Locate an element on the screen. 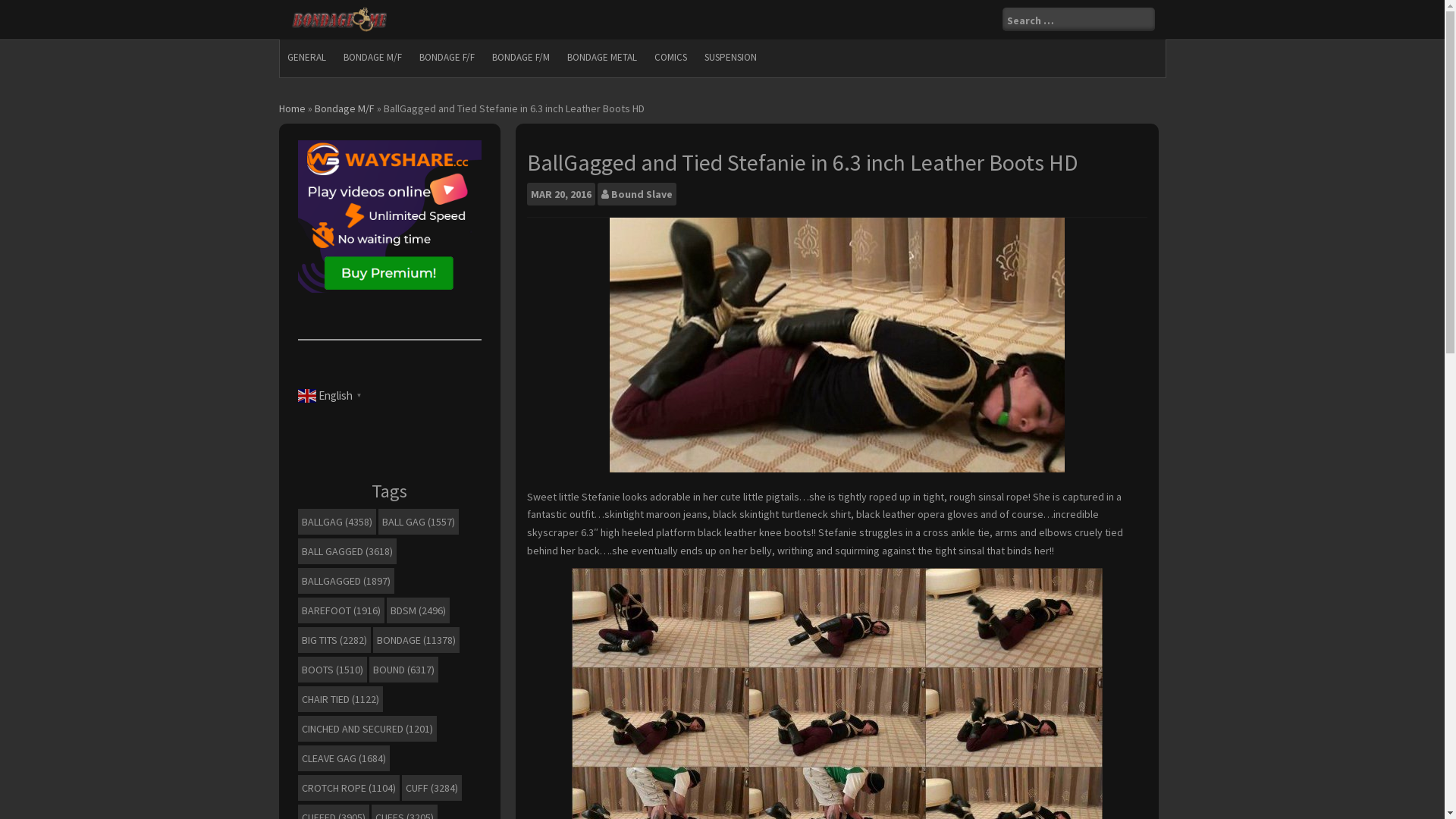  'BONDAGE M/F' is located at coordinates (372, 57).